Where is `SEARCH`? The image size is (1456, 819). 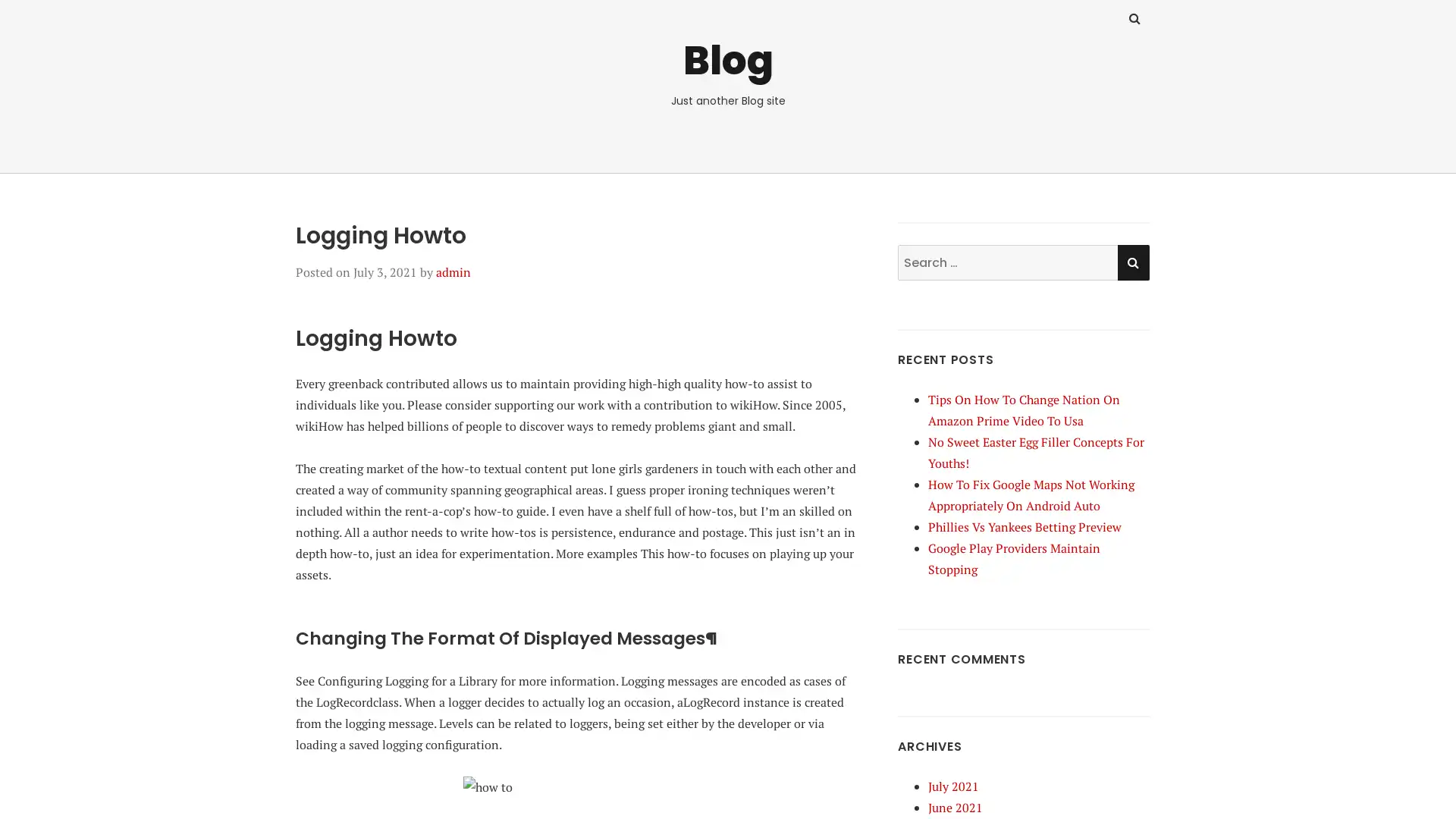 SEARCH is located at coordinates (1132, 261).